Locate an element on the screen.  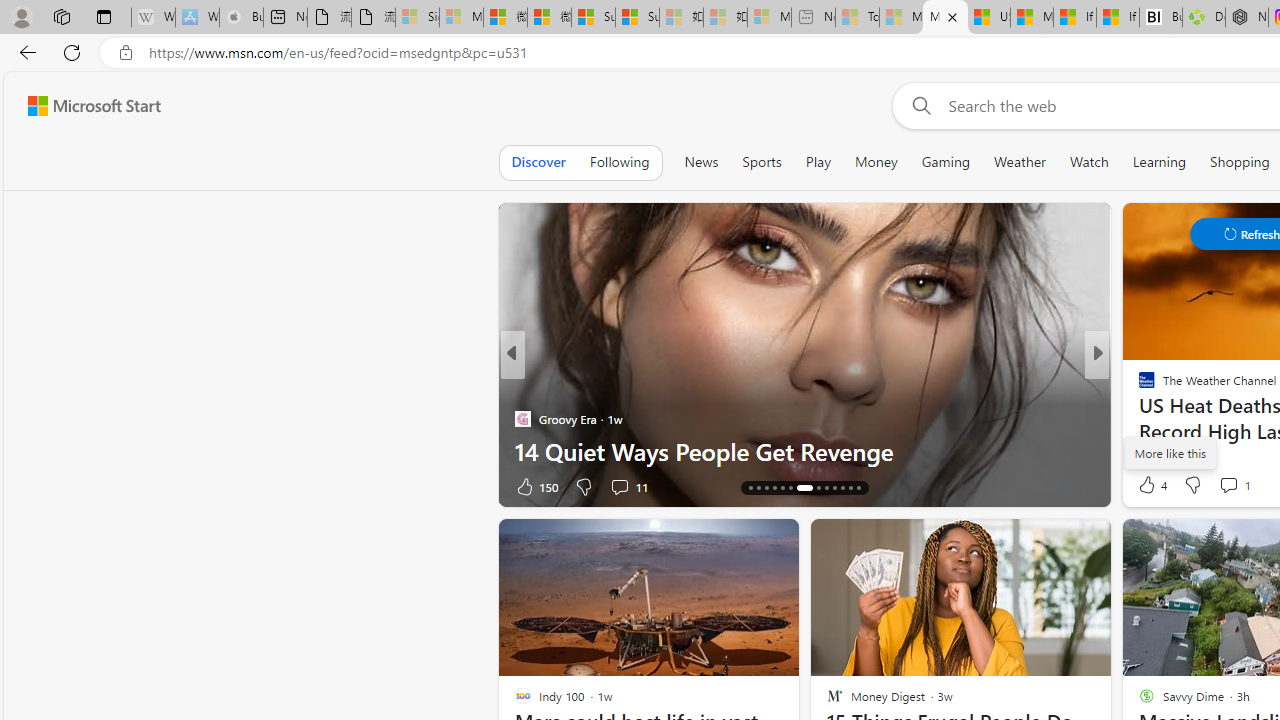
'View comments 11 Comment' is located at coordinates (618, 486).